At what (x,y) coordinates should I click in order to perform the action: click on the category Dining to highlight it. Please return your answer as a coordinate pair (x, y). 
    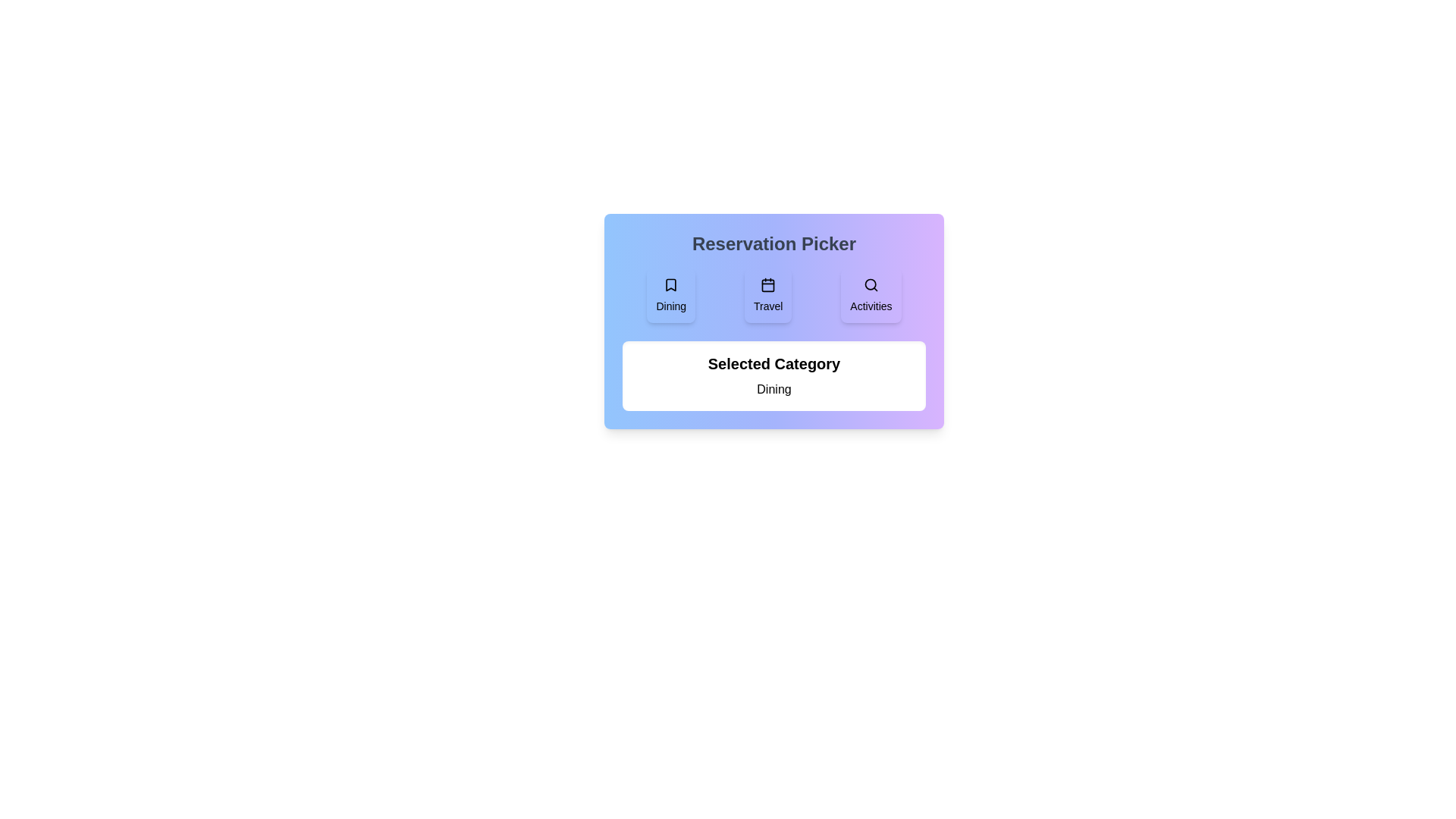
    Looking at the image, I should click on (670, 295).